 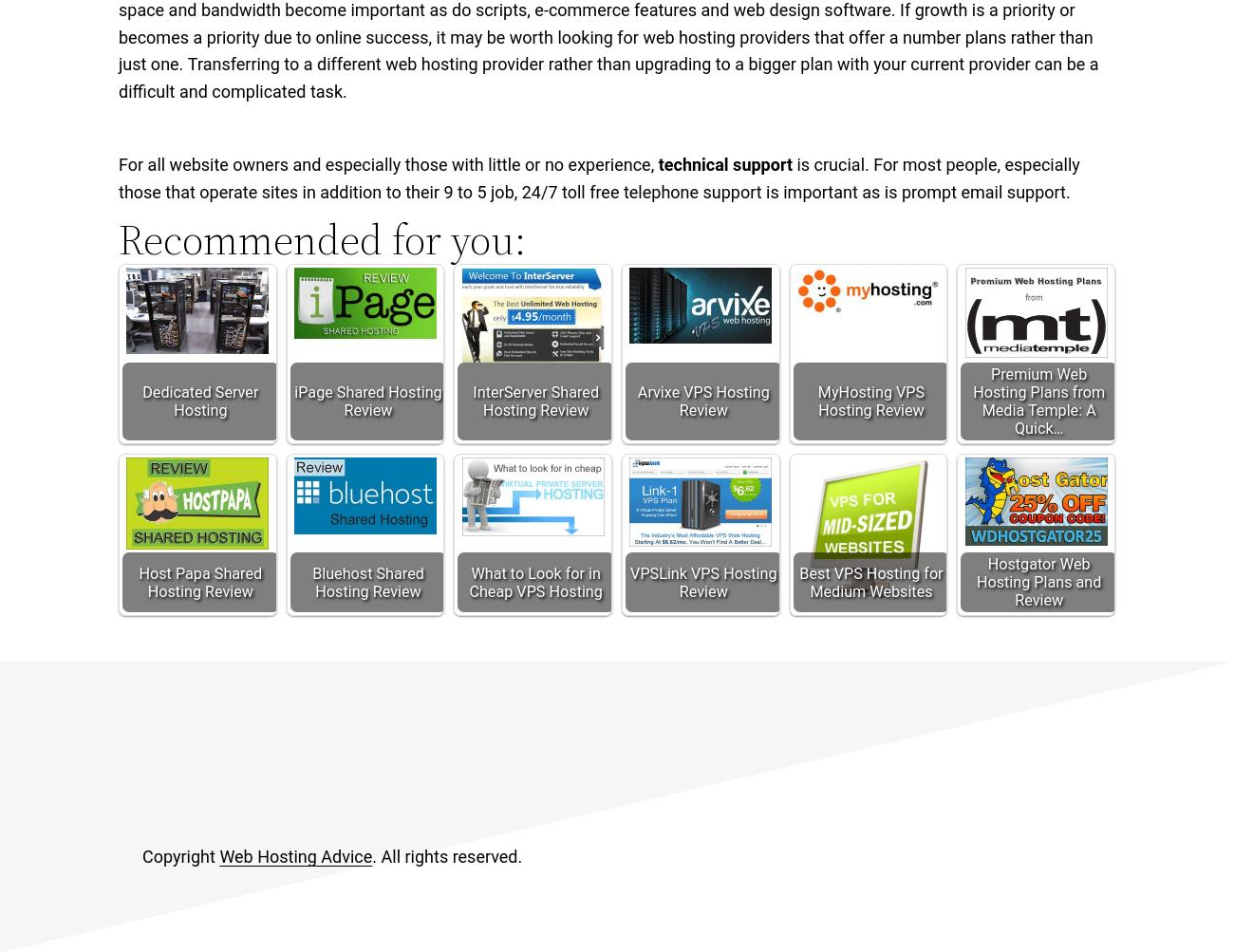 I want to click on '. All rights reserved.', so click(x=445, y=856).